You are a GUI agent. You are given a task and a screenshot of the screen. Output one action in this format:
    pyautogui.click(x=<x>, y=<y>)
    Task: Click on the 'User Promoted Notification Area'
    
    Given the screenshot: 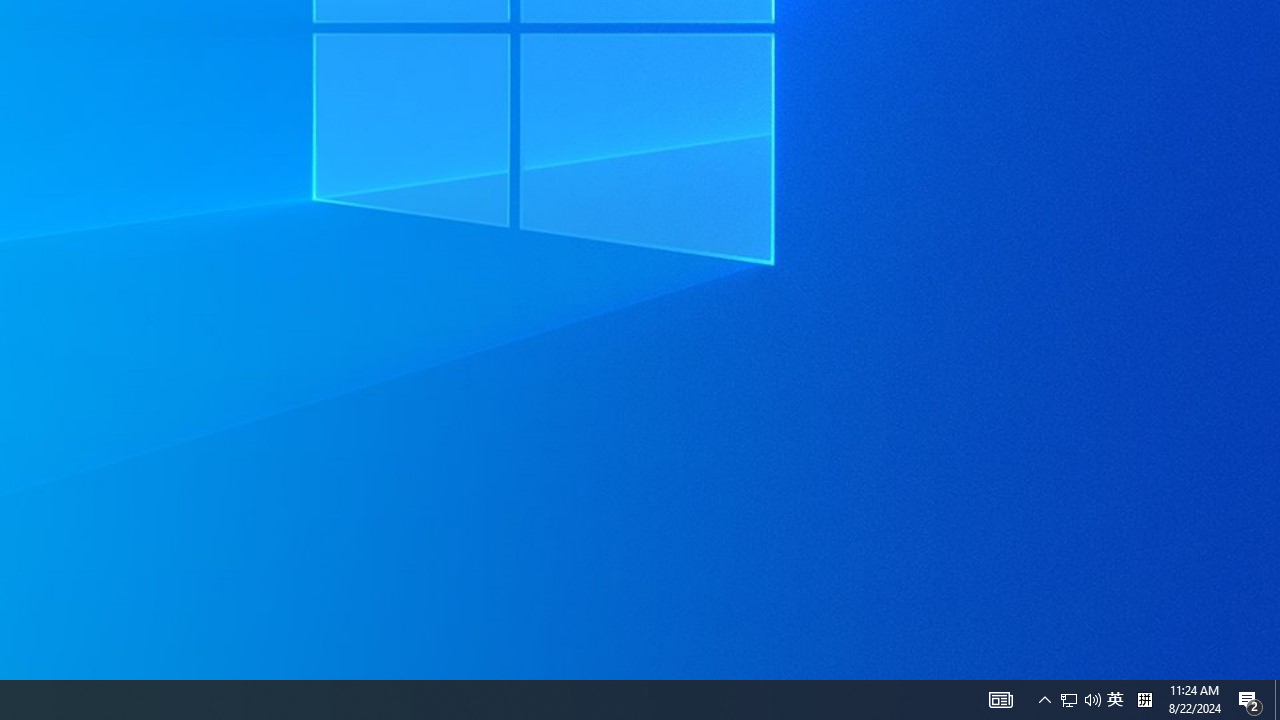 What is the action you would take?
    pyautogui.click(x=1114, y=698)
    